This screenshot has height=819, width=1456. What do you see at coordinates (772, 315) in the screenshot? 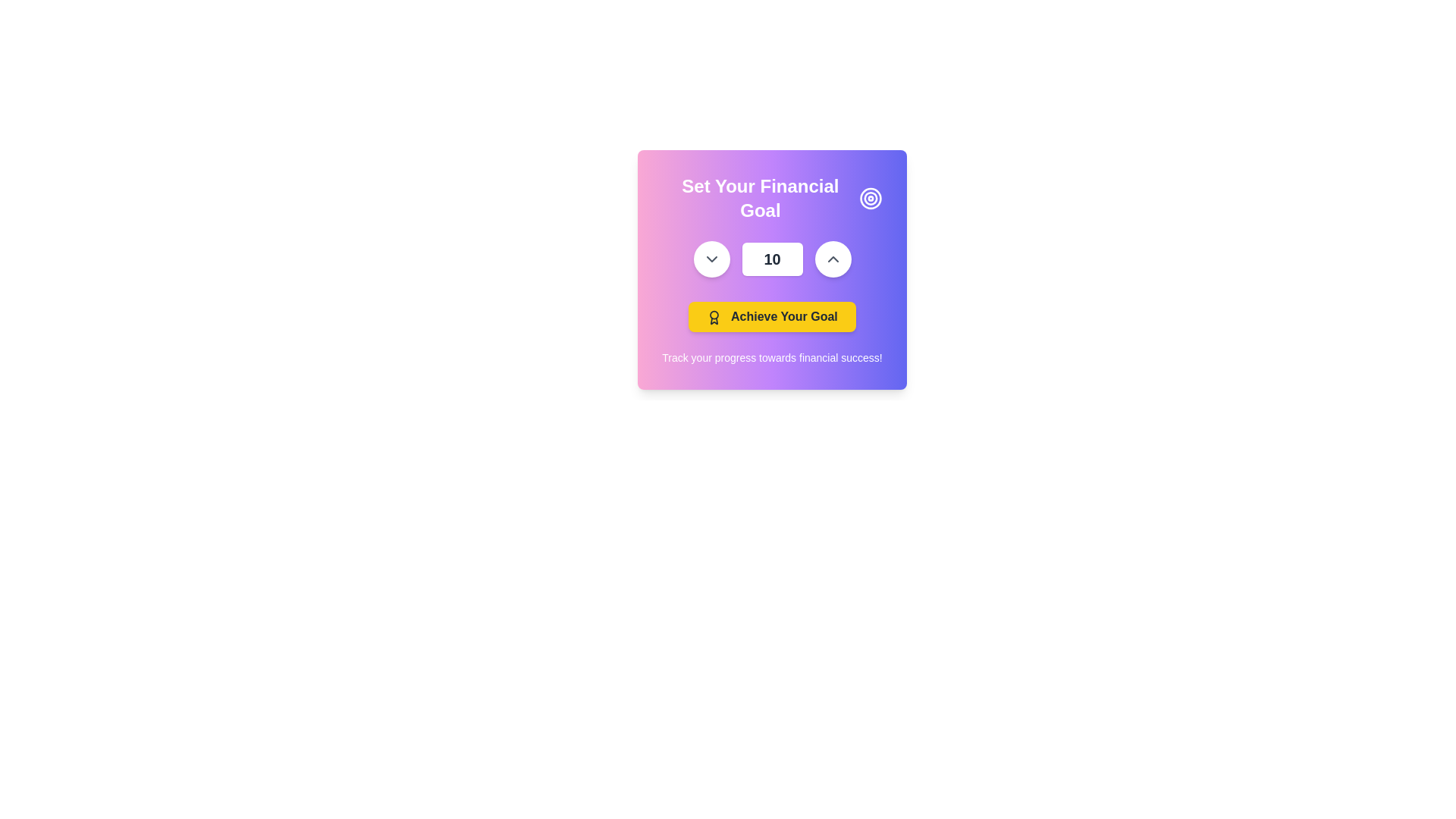
I see `the confirmation button located at the bottom center of the 'Set Your Financial Goal' panel to change its color` at bounding box center [772, 315].